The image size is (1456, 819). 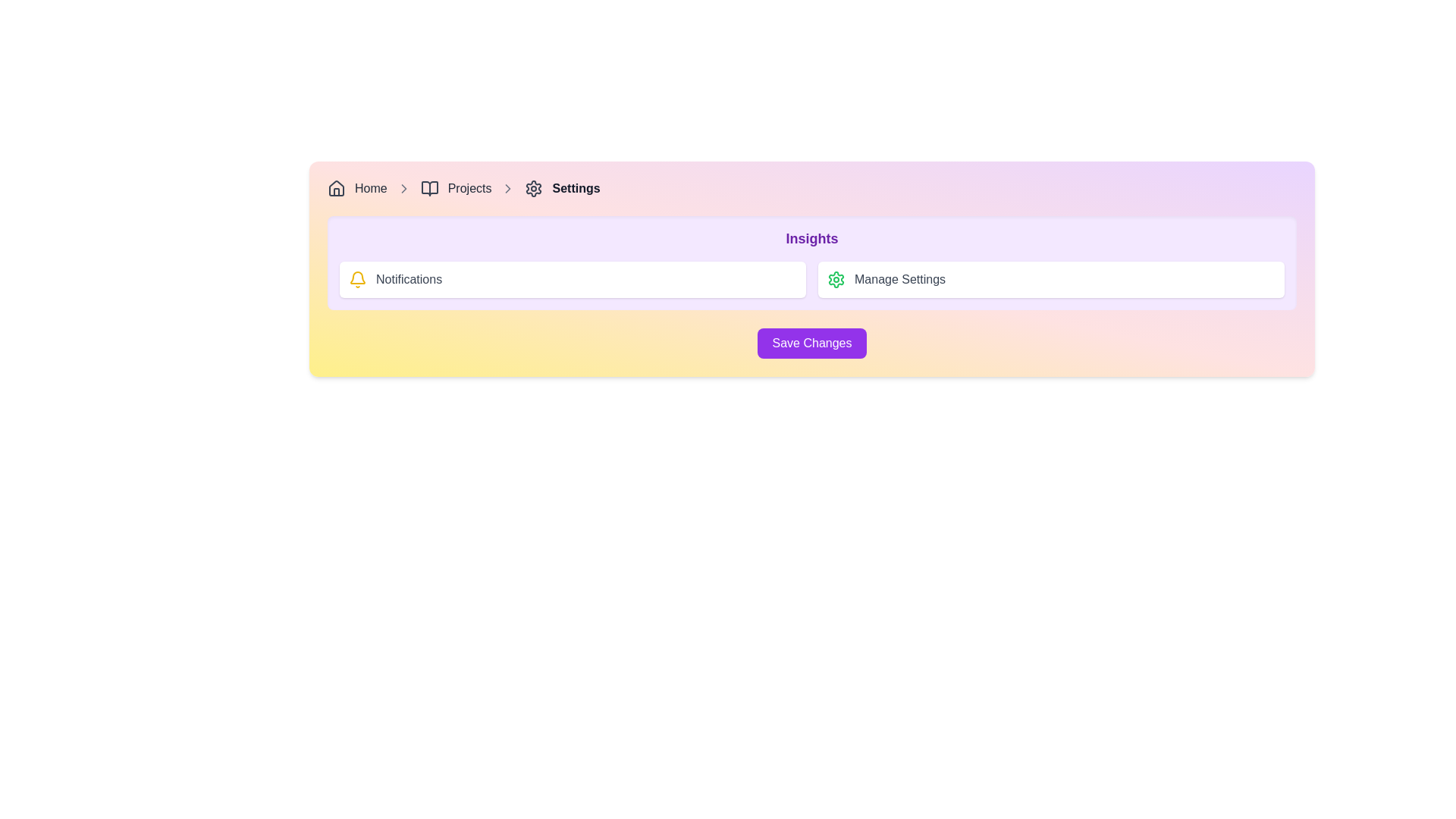 What do you see at coordinates (836, 280) in the screenshot?
I see `the green cogwheel icon located at the top right of the breadcrumb navigation bar in the 'Settings' section` at bounding box center [836, 280].